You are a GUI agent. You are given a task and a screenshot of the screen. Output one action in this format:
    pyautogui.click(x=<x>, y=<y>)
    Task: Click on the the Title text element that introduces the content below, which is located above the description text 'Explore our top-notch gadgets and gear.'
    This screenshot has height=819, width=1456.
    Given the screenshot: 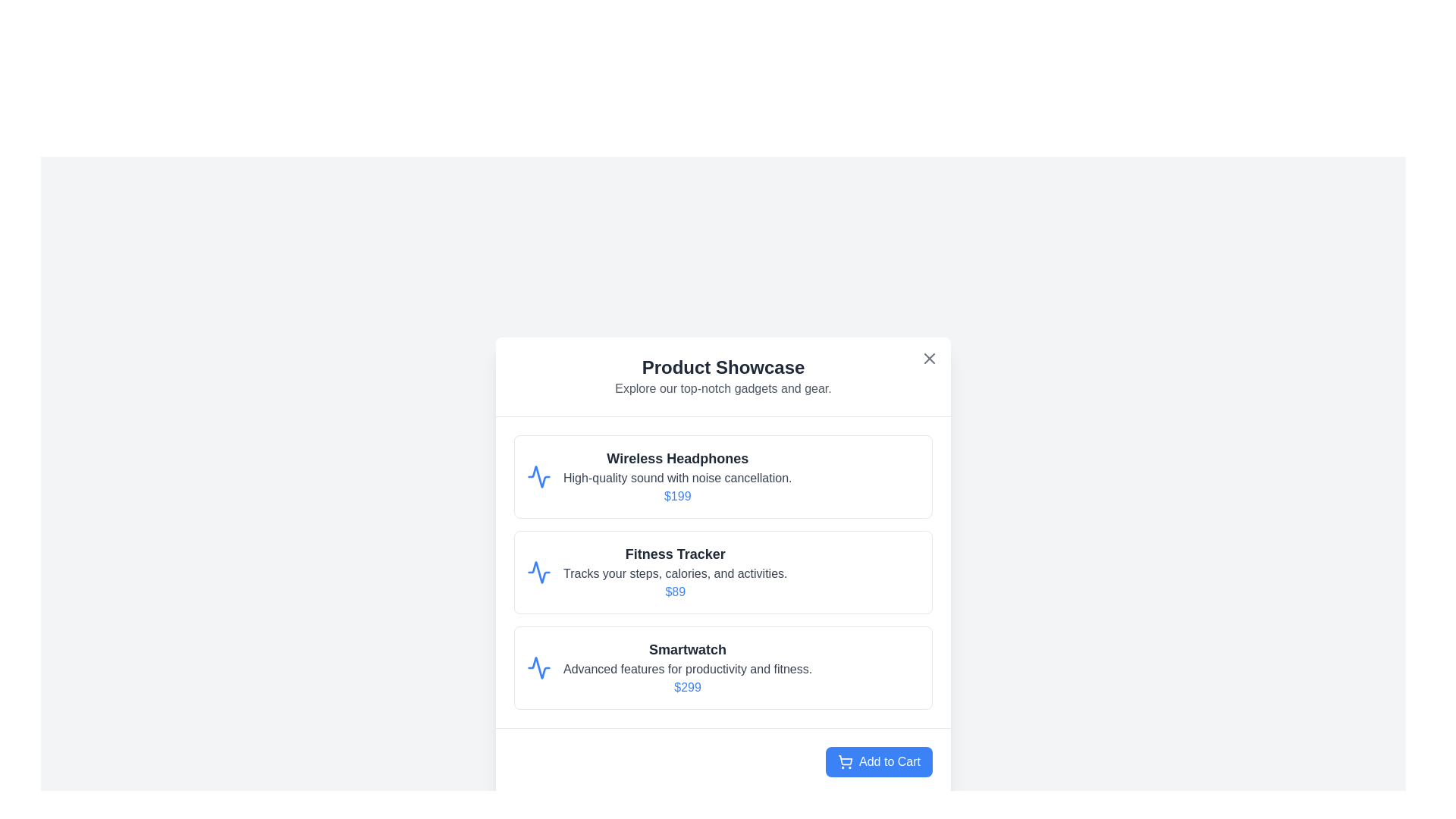 What is the action you would take?
    pyautogui.click(x=723, y=368)
    